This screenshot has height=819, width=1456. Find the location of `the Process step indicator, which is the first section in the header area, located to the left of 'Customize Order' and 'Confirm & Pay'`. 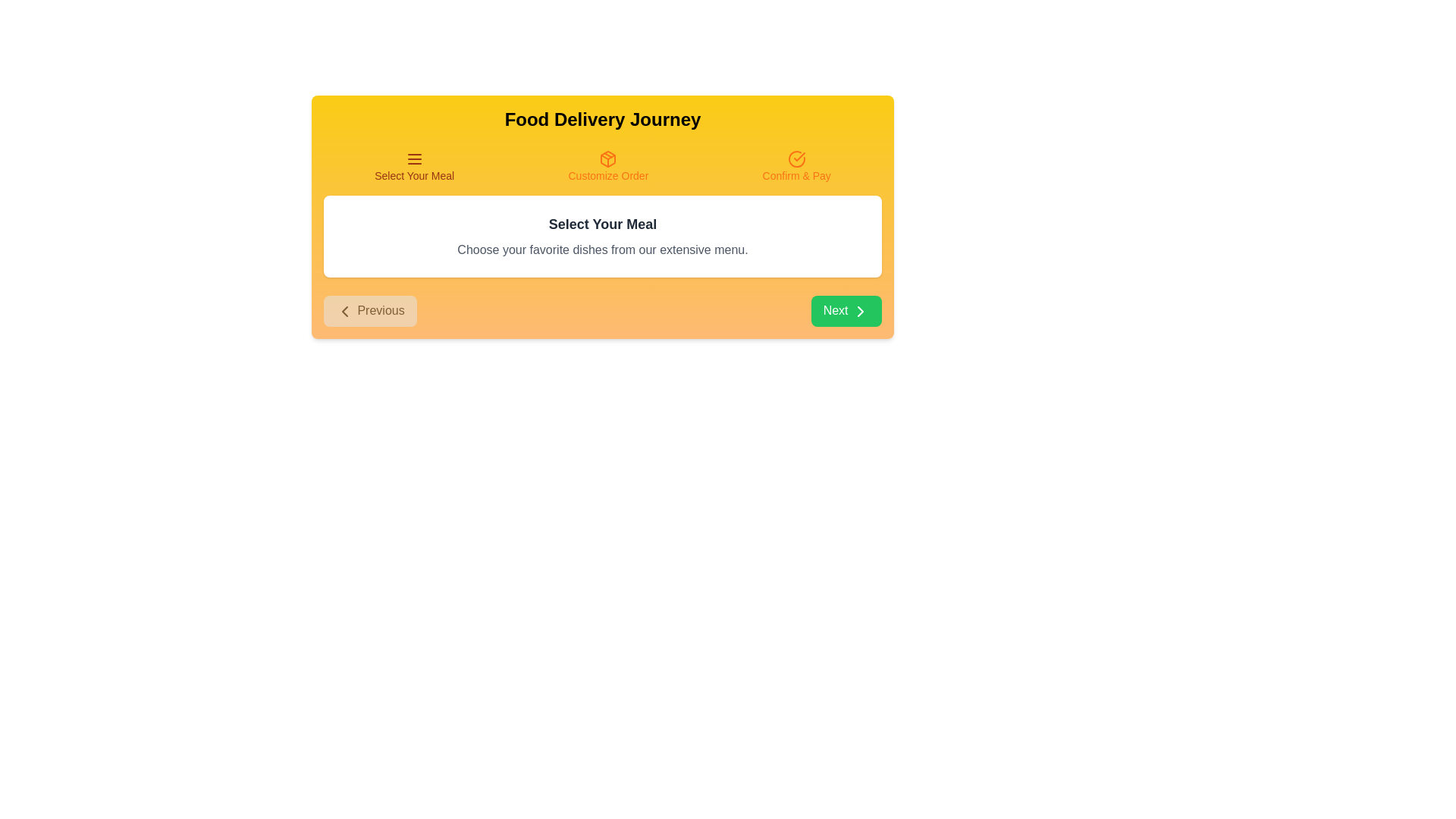

the Process step indicator, which is the first section in the header area, located to the left of 'Customize Order' and 'Confirm & Pay' is located at coordinates (414, 166).